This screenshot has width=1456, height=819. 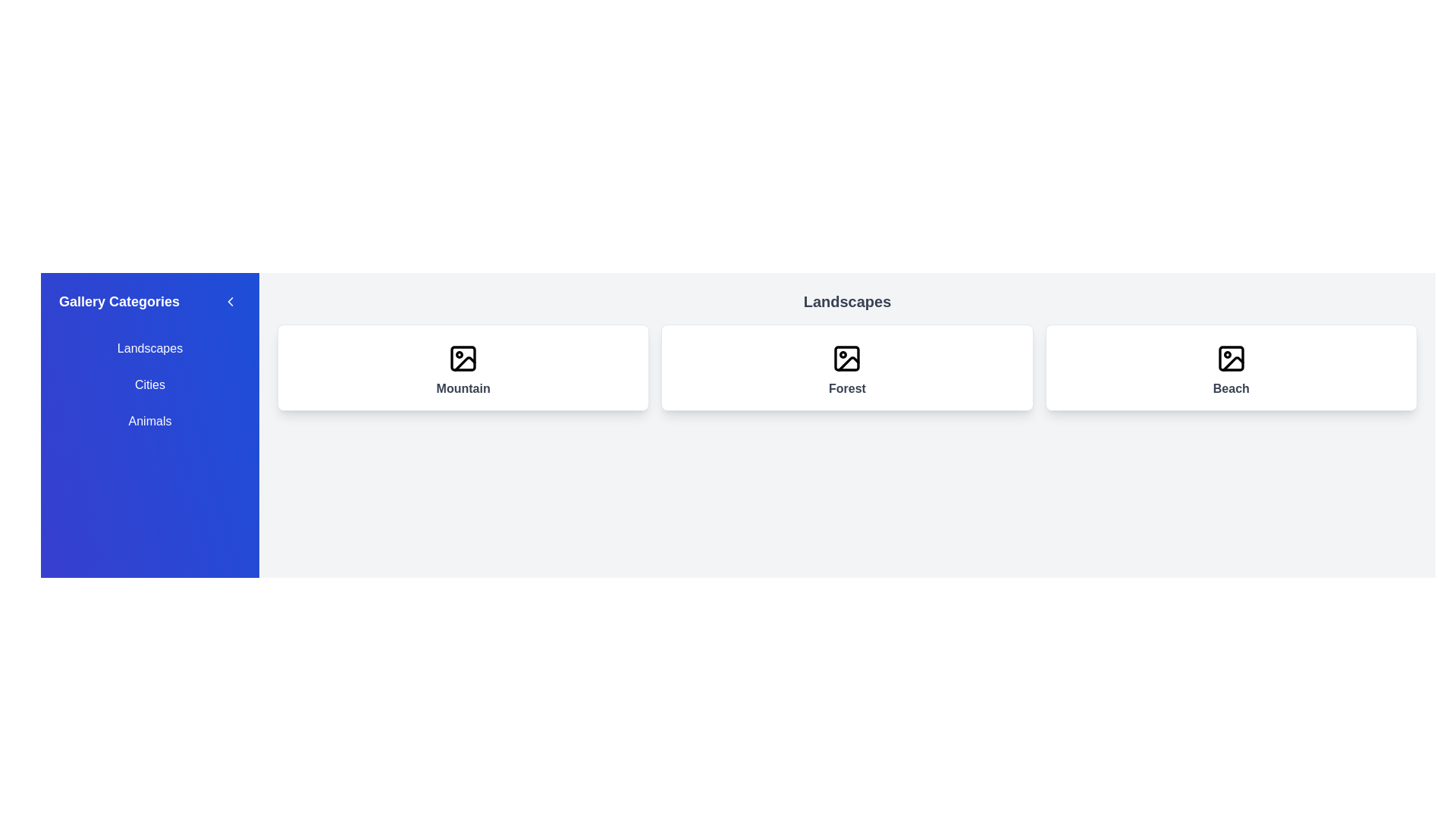 What do you see at coordinates (149, 384) in the screenshot?
I see `the 'Cities' category button located in the sidebar titled 'Gallery Categories'` at bounding box center [149, 384].